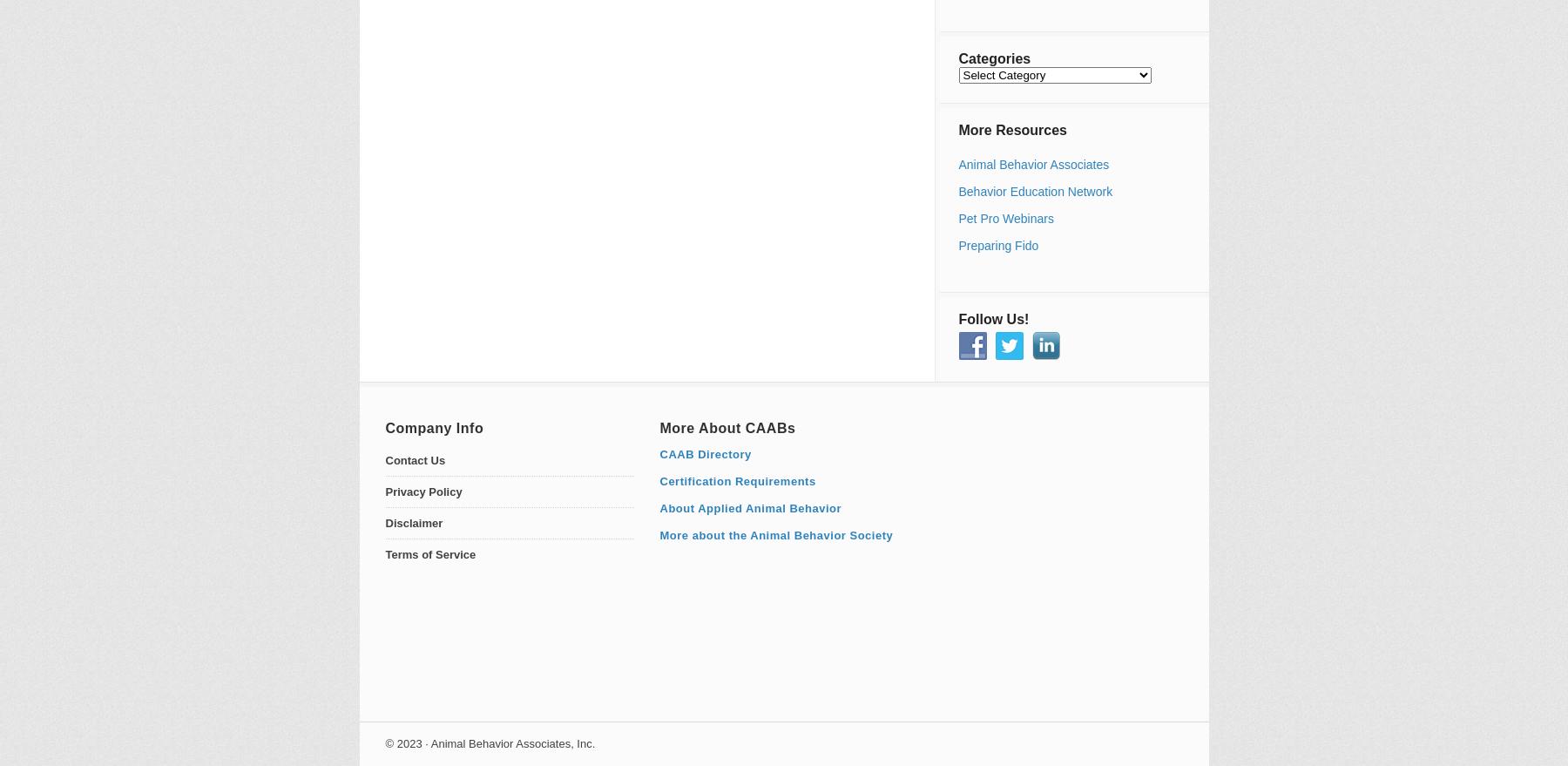 The width and height of the screenshot is (1568, 766). What do you see at coordinates (385, 743) in the screenshot?
I see `'© 2023 · Animal Behavior Associates, Inc.'` at bounding box center [385, 743].